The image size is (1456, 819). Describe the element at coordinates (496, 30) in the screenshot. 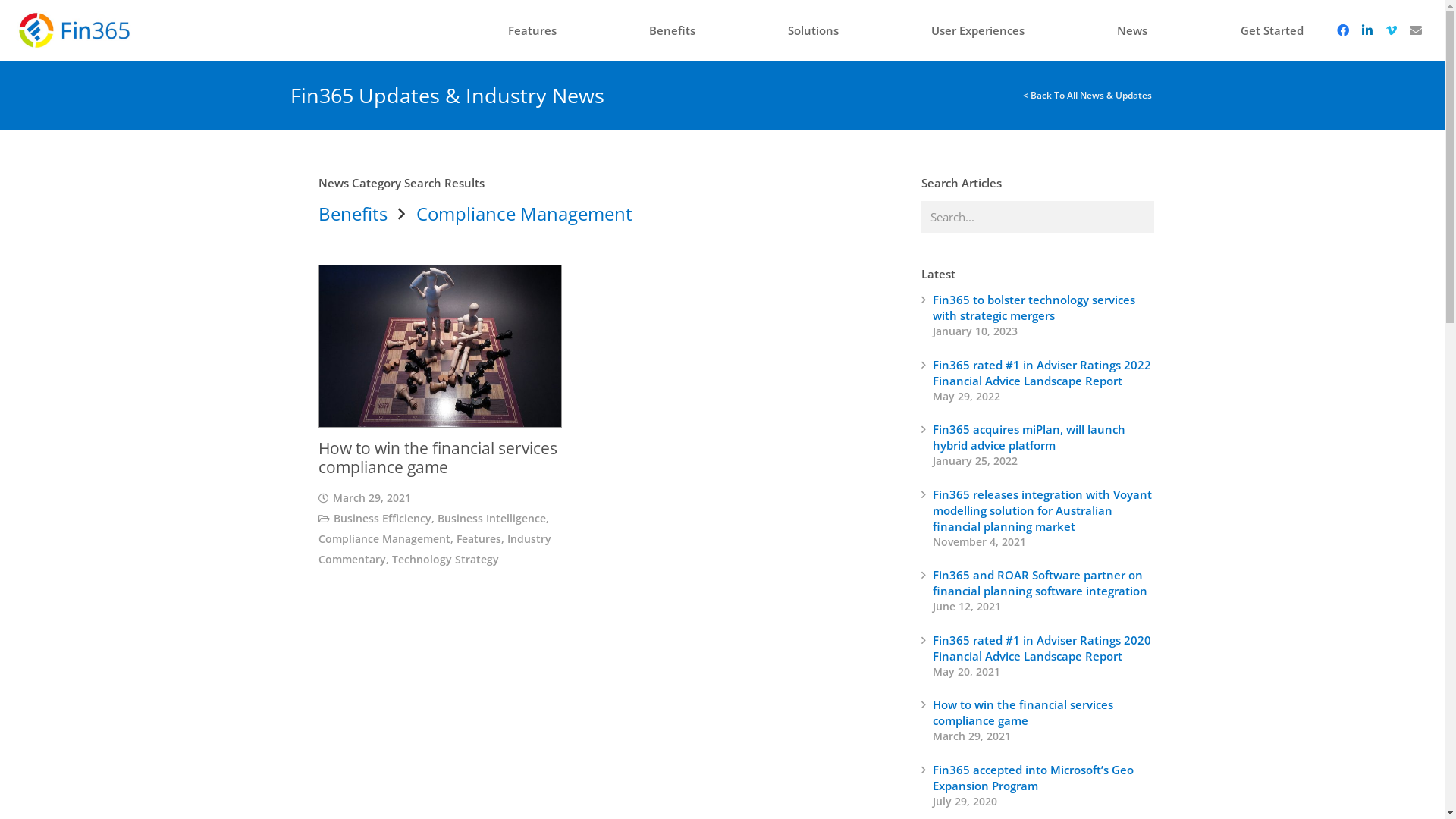

I see `'Features'` at that location.